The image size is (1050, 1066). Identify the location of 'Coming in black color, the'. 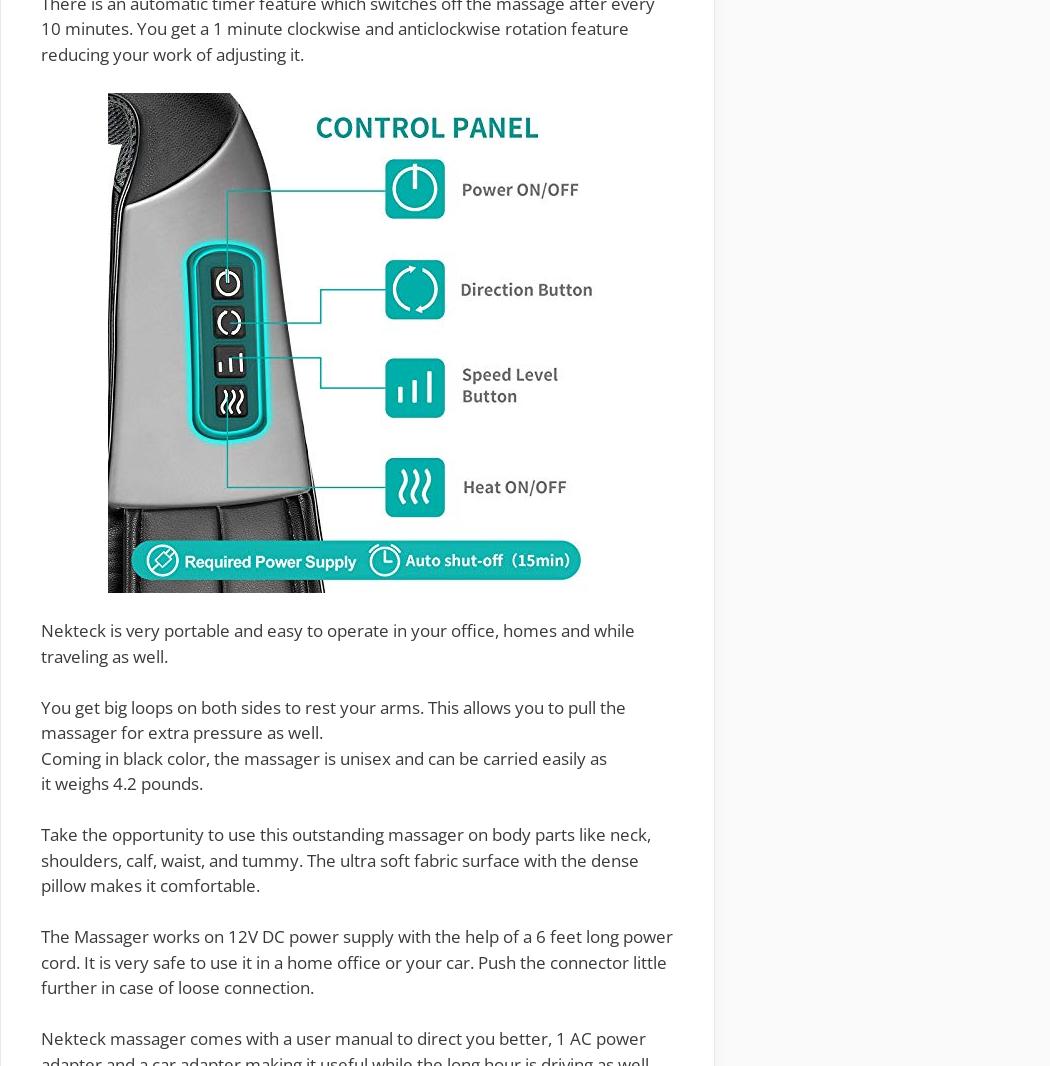
(39, 756).